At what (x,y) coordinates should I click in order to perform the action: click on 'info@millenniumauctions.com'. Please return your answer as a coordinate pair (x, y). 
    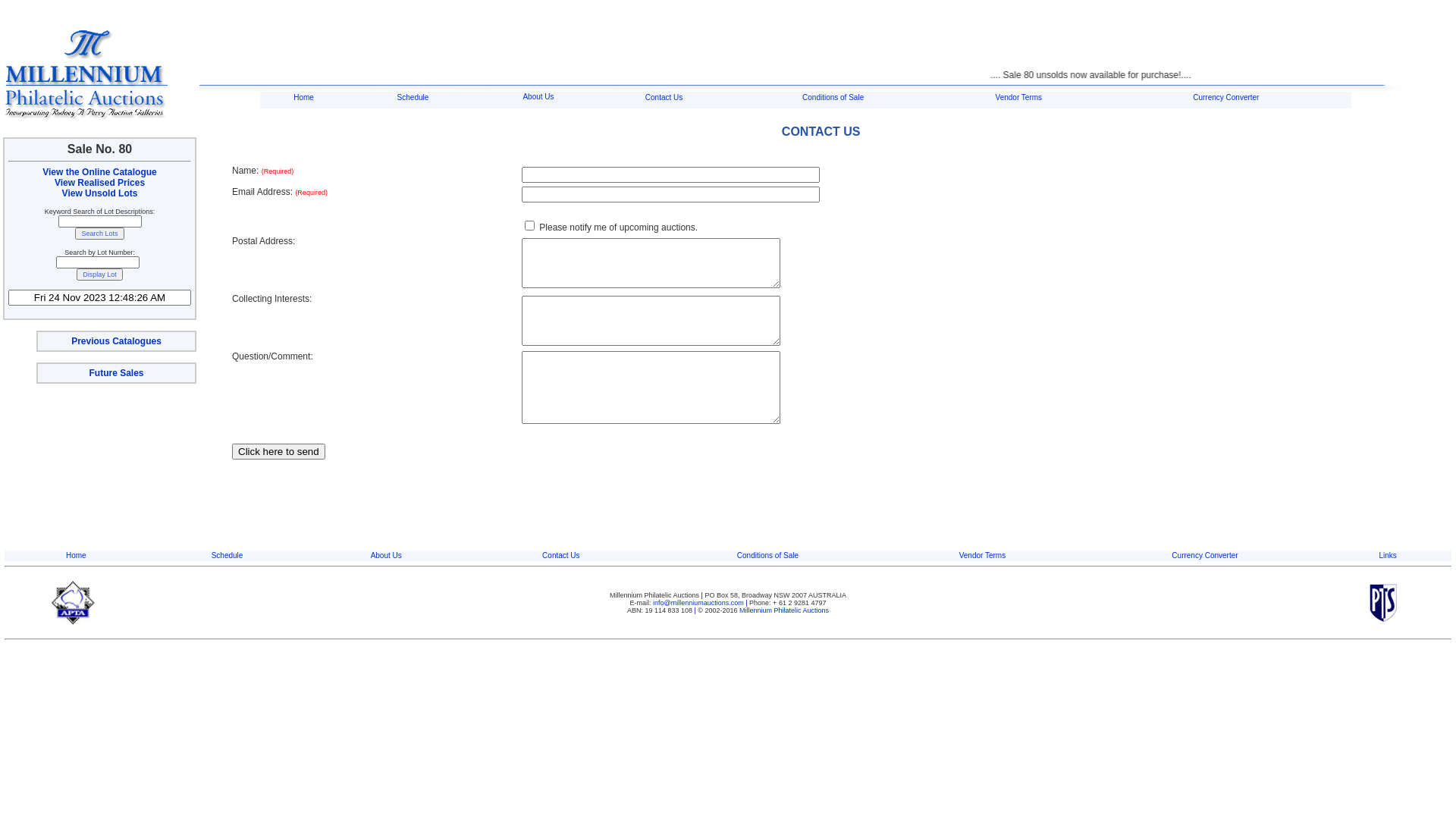
    Looking at the image, I should click on (652, 601).